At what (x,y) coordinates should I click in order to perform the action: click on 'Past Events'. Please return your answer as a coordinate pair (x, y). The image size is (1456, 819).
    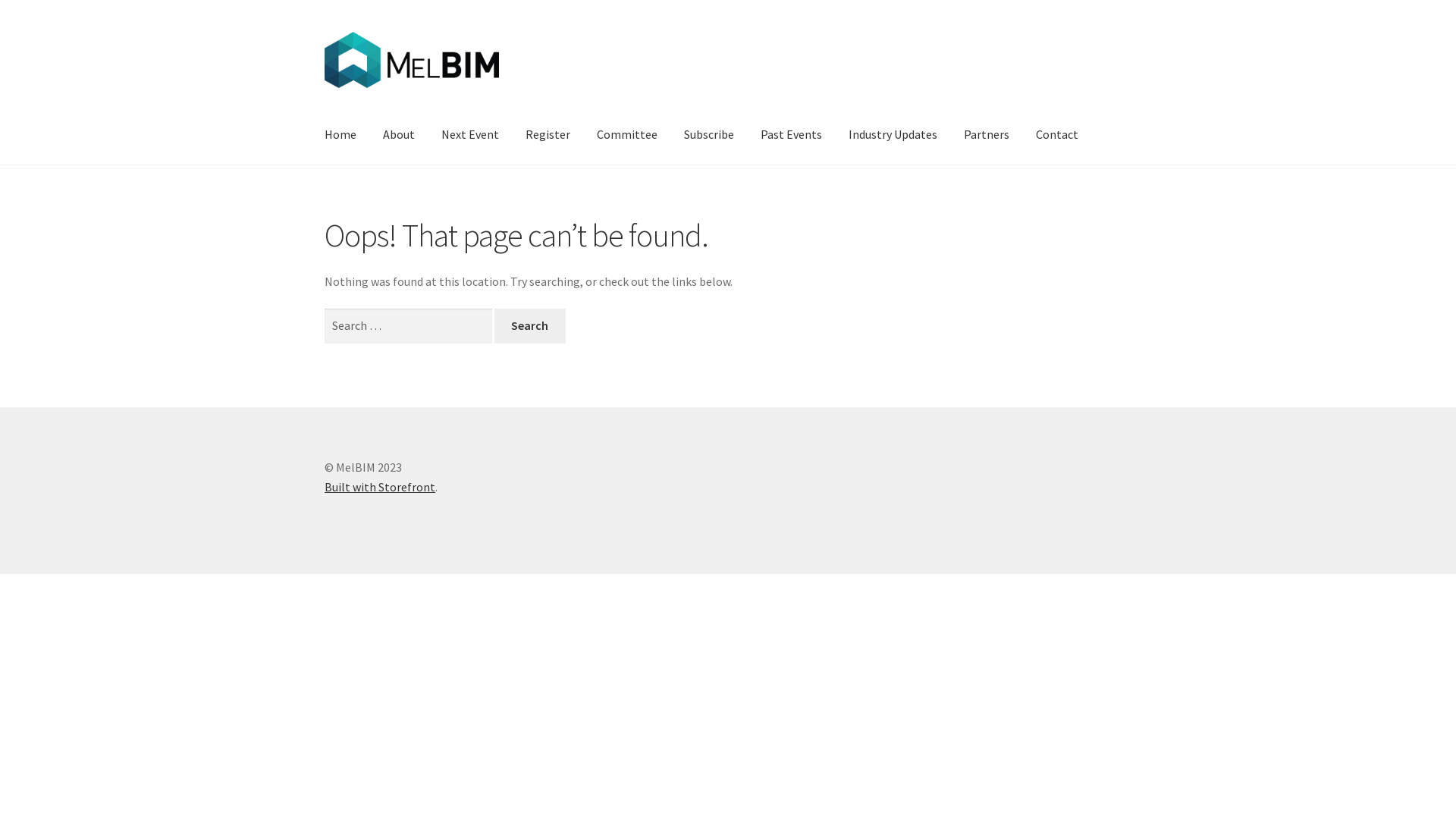
    Looking at the image, I should click on (790, 133).